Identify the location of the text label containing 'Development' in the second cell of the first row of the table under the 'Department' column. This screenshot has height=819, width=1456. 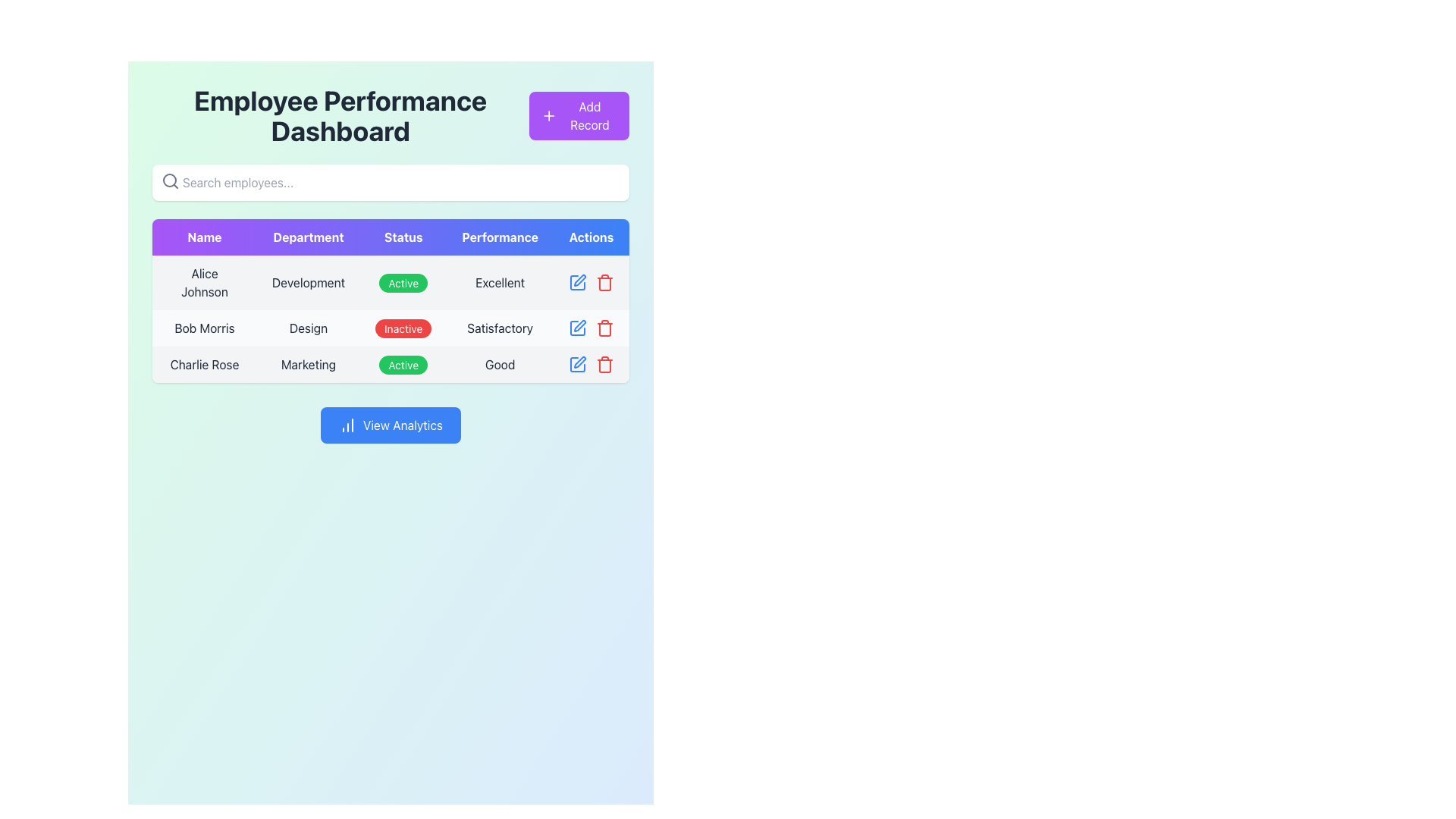
(308, 283).